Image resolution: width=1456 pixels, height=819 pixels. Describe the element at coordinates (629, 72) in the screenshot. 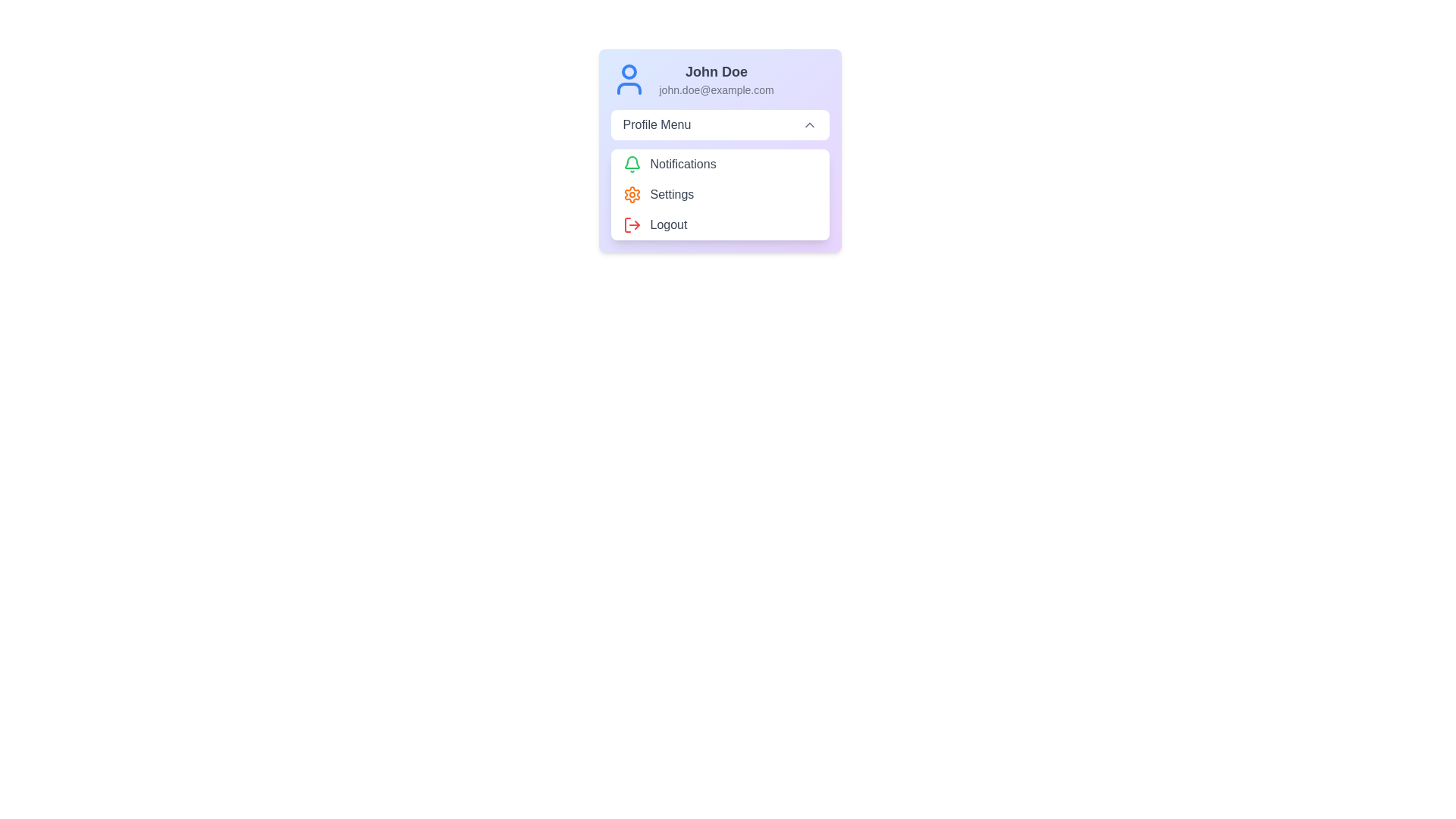

I see `the decorative circular graphical element with a blue border and light blue fill located in the top-left corner of the profile card interface, above the user's name 'John Doe'` at that location.